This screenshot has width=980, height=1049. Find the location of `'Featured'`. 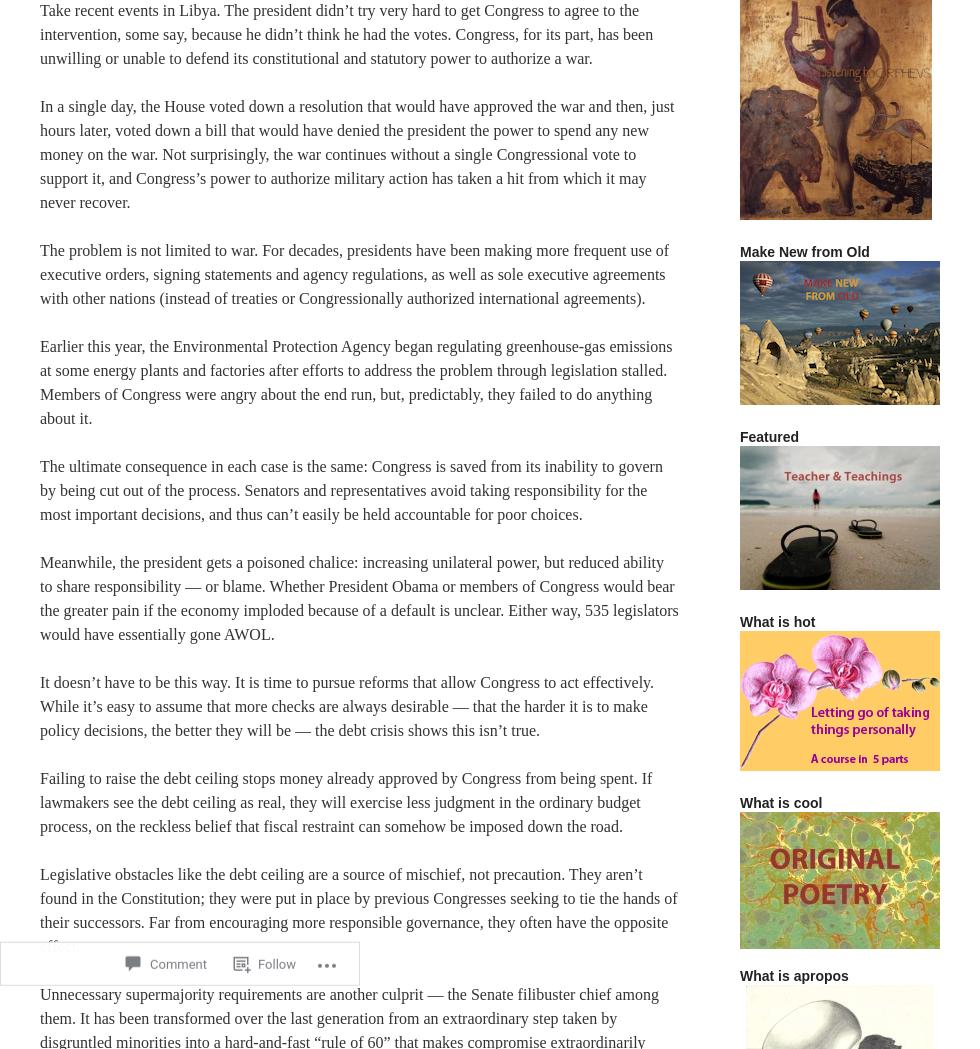

'Featured' is located at coordinates (769, 436).